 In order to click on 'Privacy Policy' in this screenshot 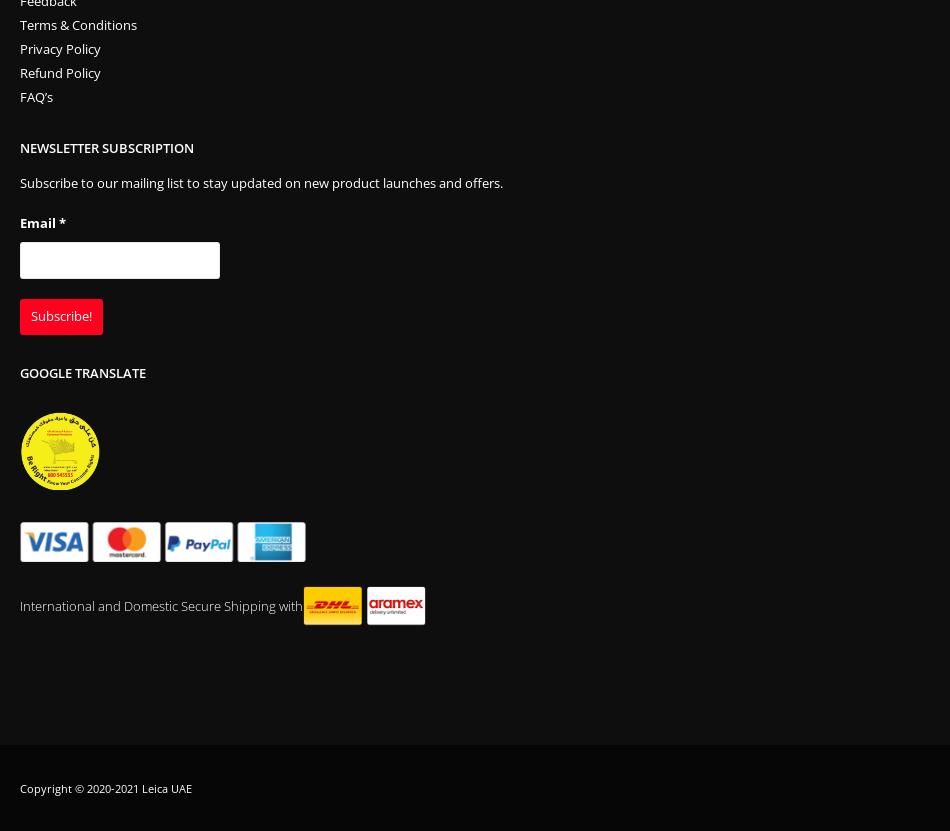, I will do `click(60, 48)`.